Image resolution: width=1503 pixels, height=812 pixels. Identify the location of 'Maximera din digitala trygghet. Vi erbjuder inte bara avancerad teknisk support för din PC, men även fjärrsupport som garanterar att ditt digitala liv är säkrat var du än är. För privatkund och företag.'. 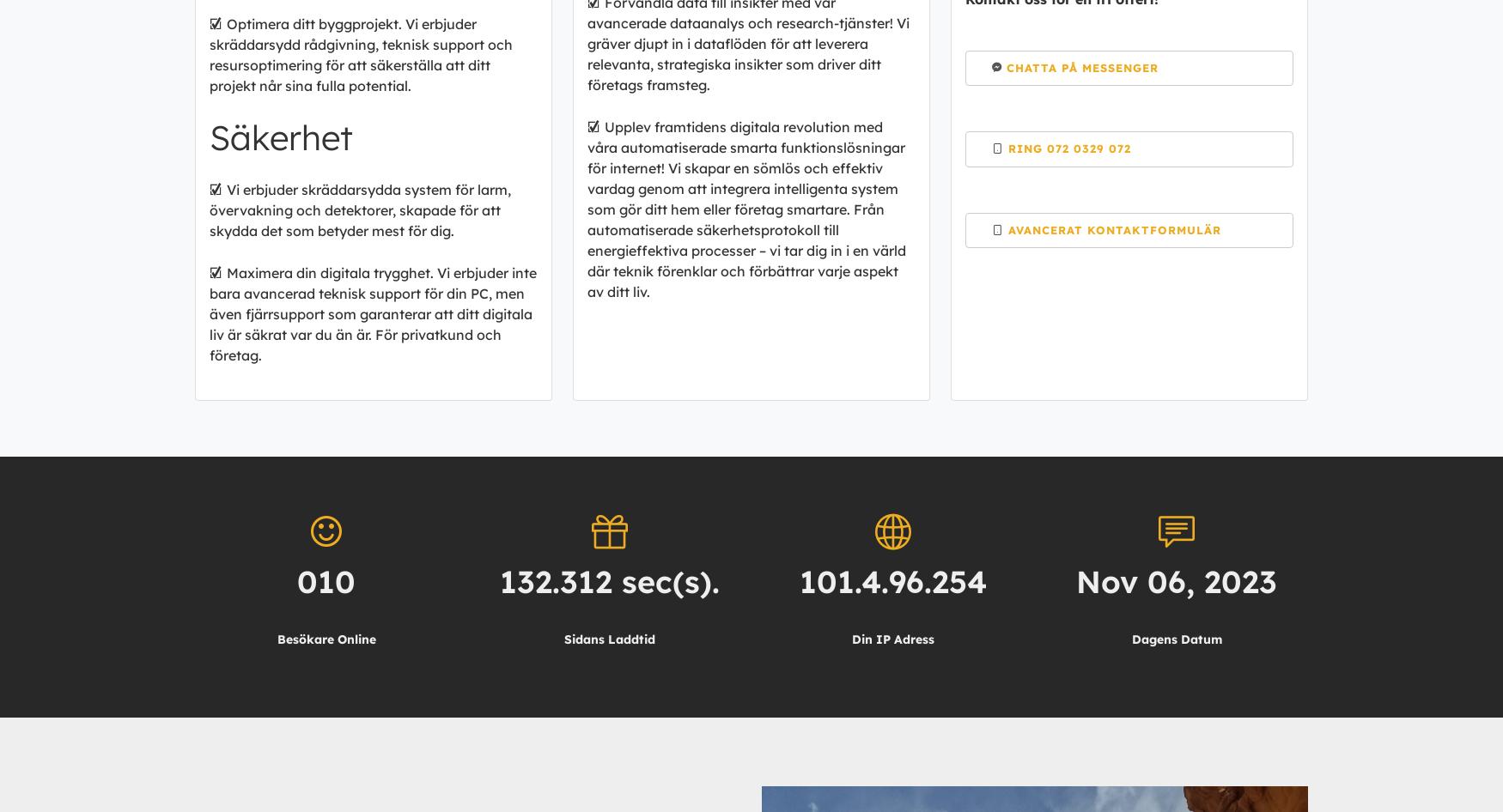
(372, 312).